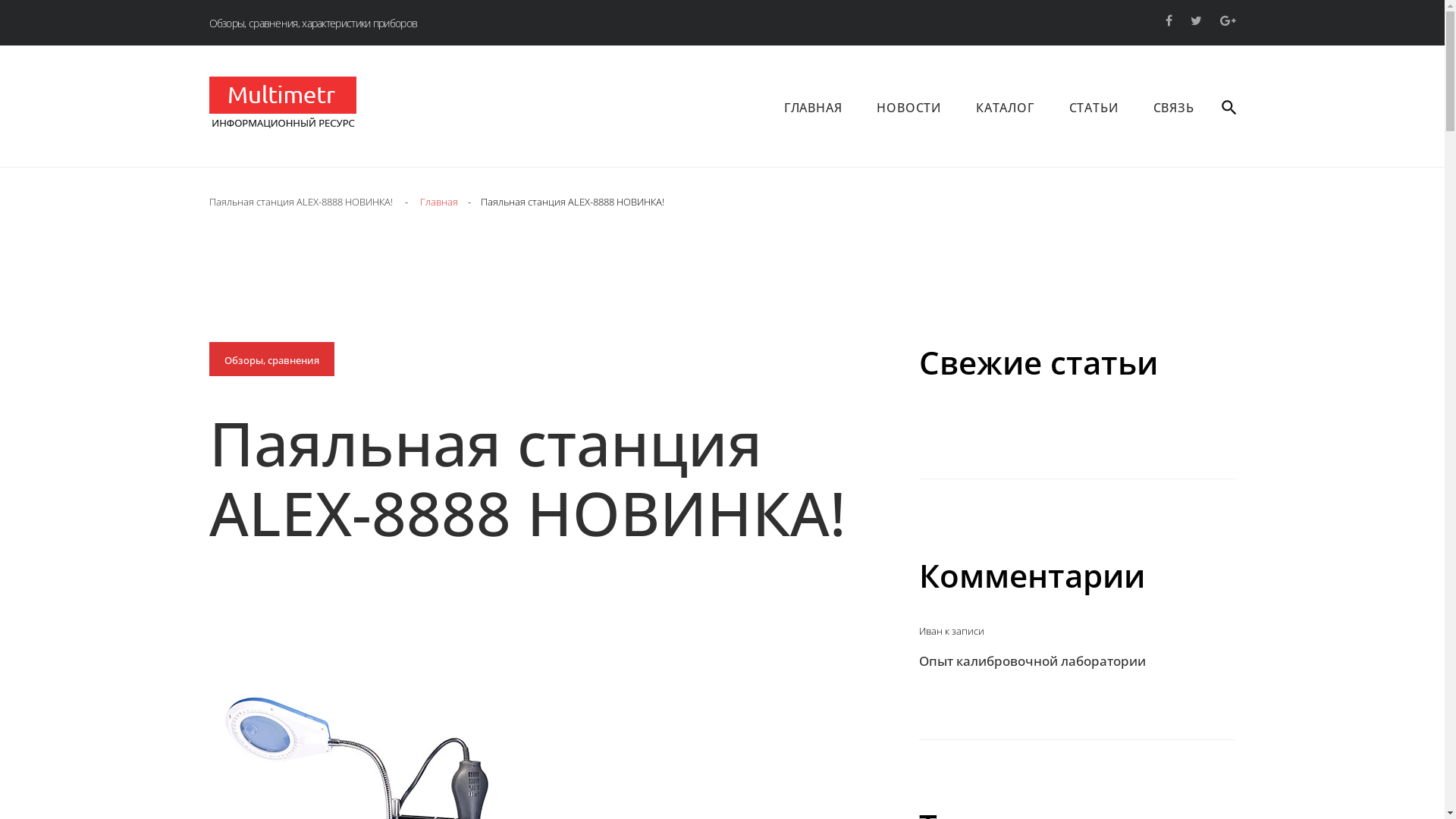 Image resolution: width=1456 pixels, height=819 pixels. What do you see at coordinates (1227, 20) in the screenshot?
I see `'google+'` at bounding box center [1227, 20].